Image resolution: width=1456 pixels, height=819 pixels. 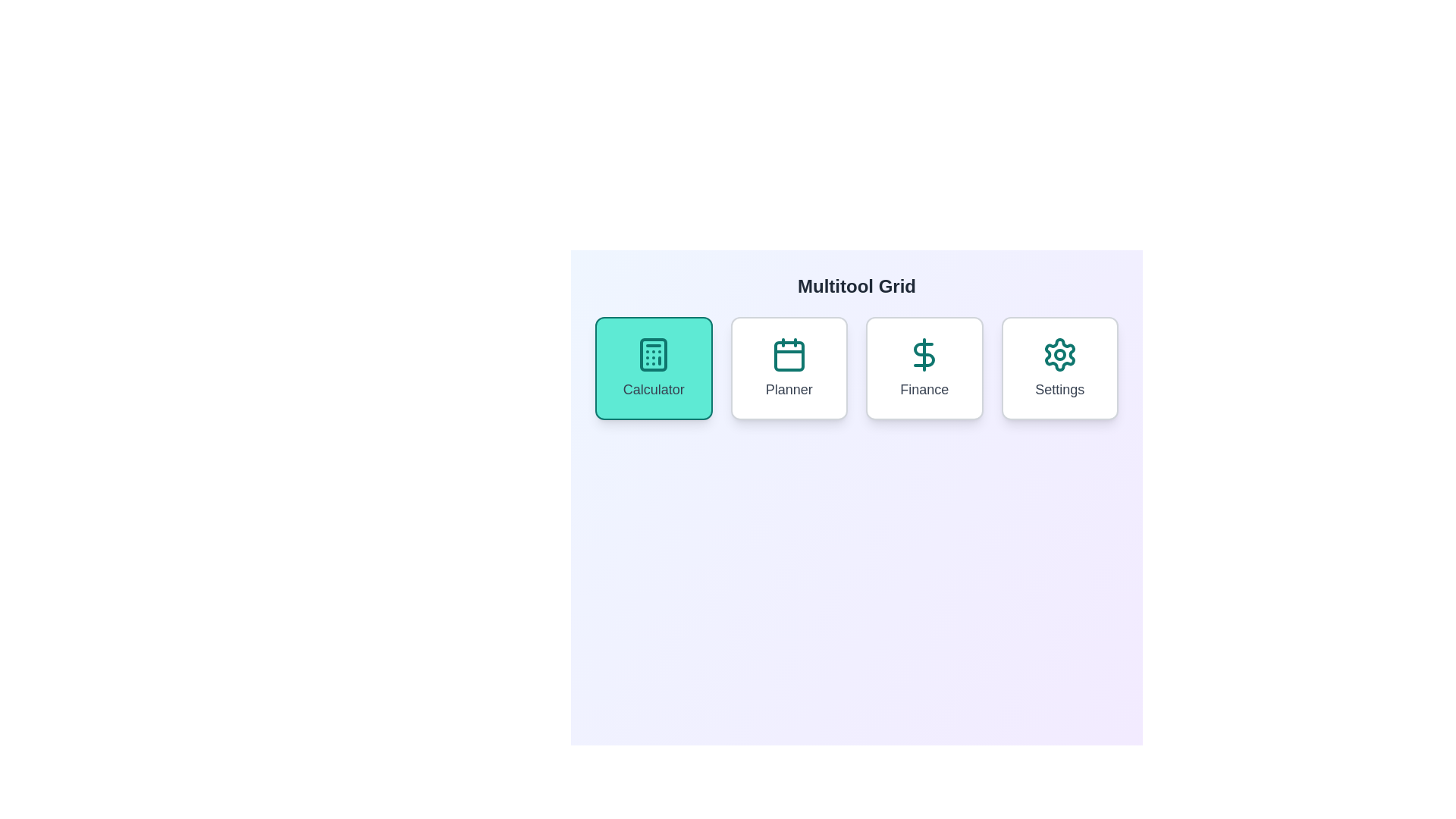 What do you see at coordinates (654, 388) in the screenshot?
I see `the 'Calculator' text label, which is displayed in a medium-sized, bold, gray font, positioned below the calculator icon within a teal-colored card` at bounding box center [654, 388].